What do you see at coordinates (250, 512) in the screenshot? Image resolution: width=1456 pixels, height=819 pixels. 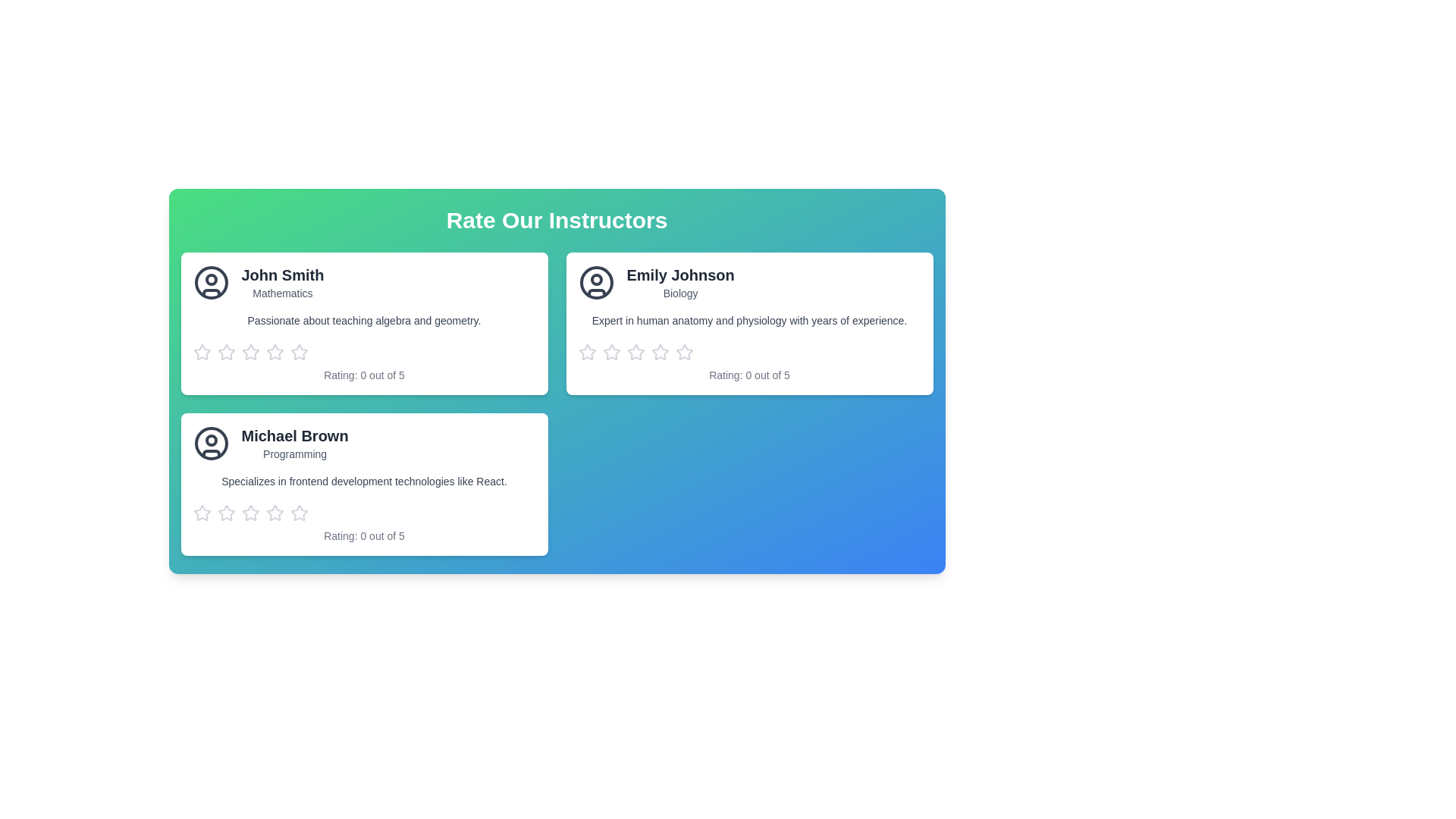 I see `the second star in the rating system for instructor Michael Brown` at bounding box center [250, 512].